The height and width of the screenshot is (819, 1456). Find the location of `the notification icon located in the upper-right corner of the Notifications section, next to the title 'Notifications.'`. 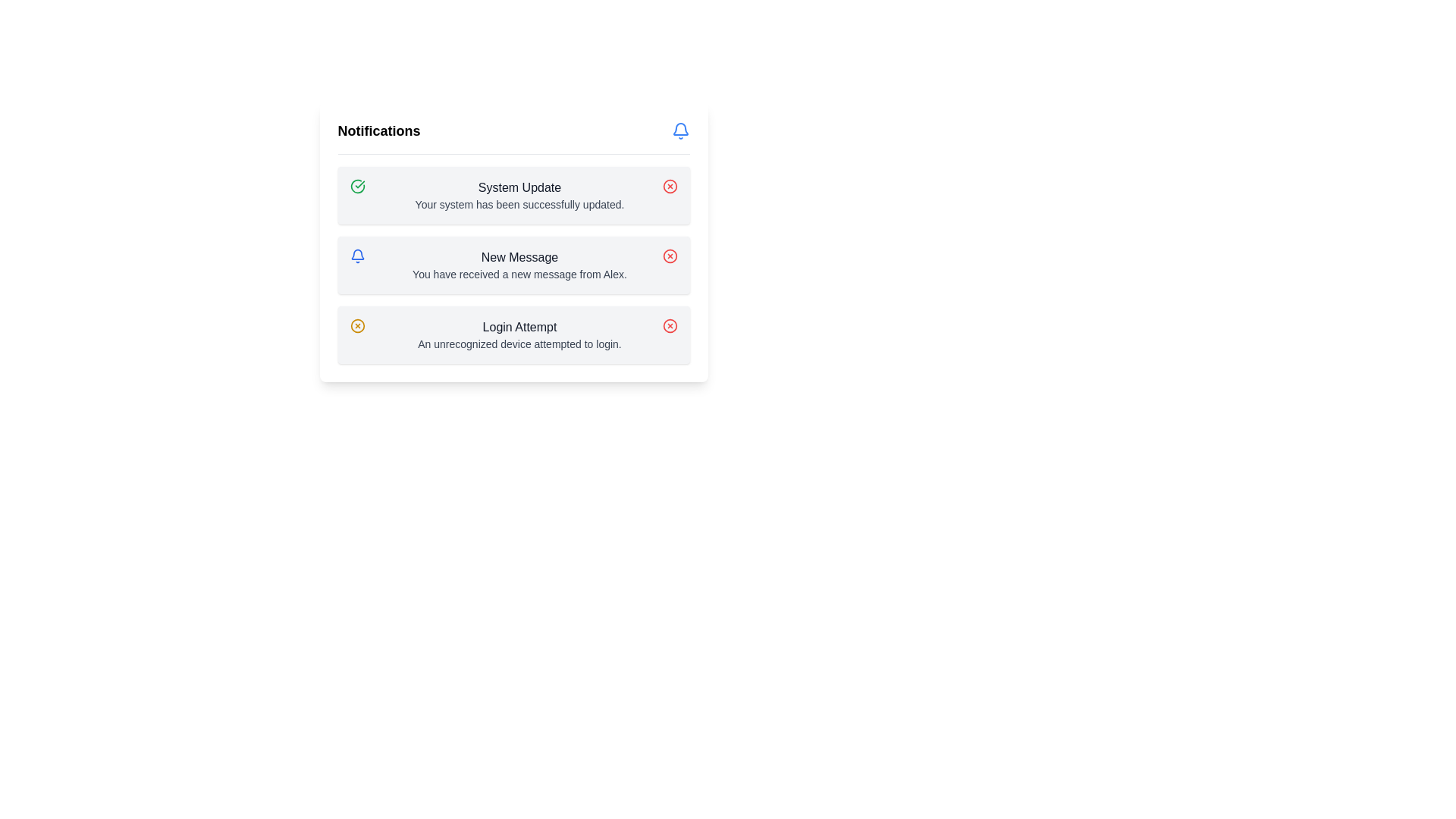

the notification icon located in the upper-right corner of the Notifications section, next to the title 'Notifications.' is located at coordinates (679, 130).